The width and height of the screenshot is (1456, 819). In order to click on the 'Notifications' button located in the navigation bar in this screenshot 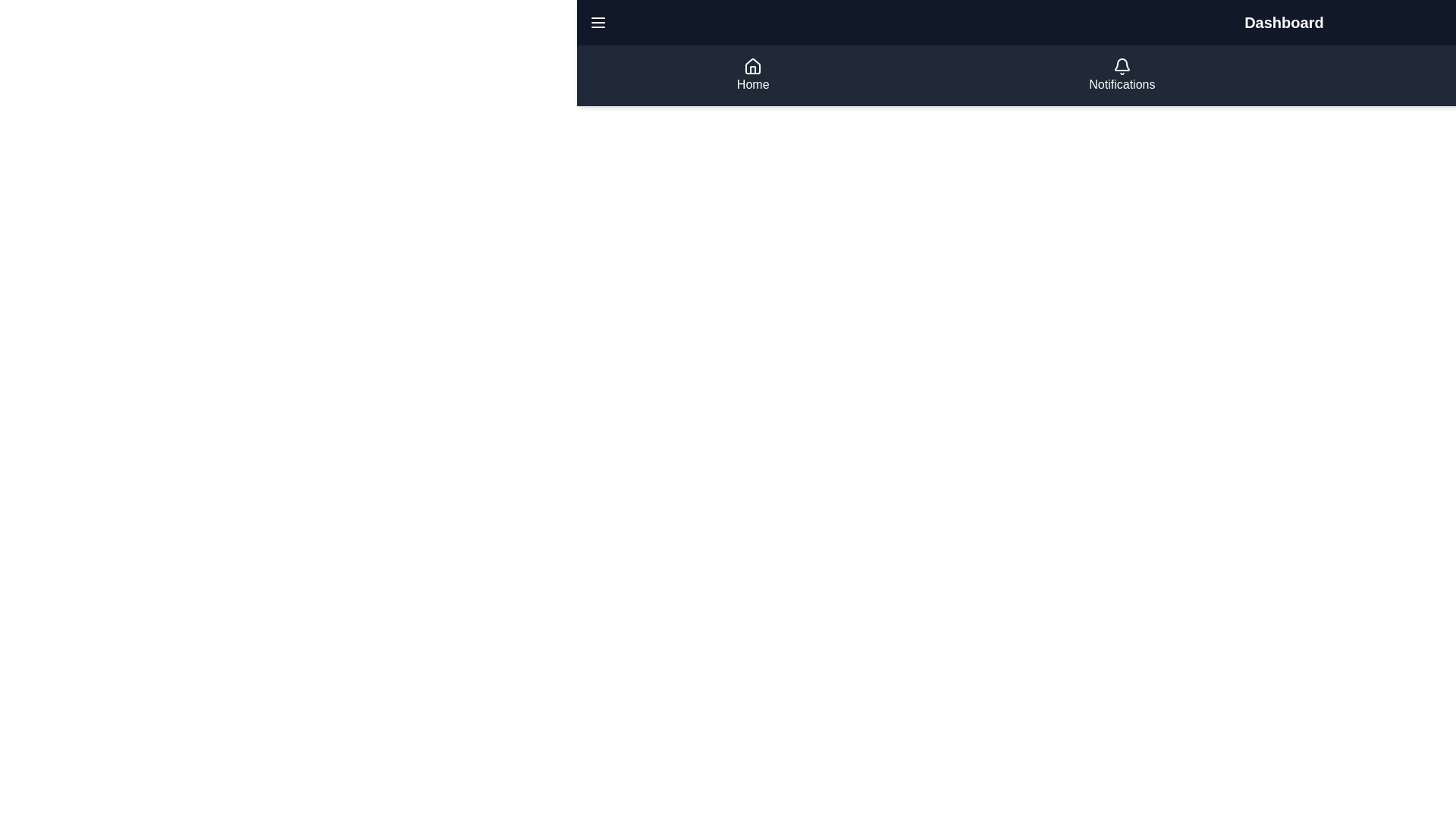, I will do `click(1122, 76)`.